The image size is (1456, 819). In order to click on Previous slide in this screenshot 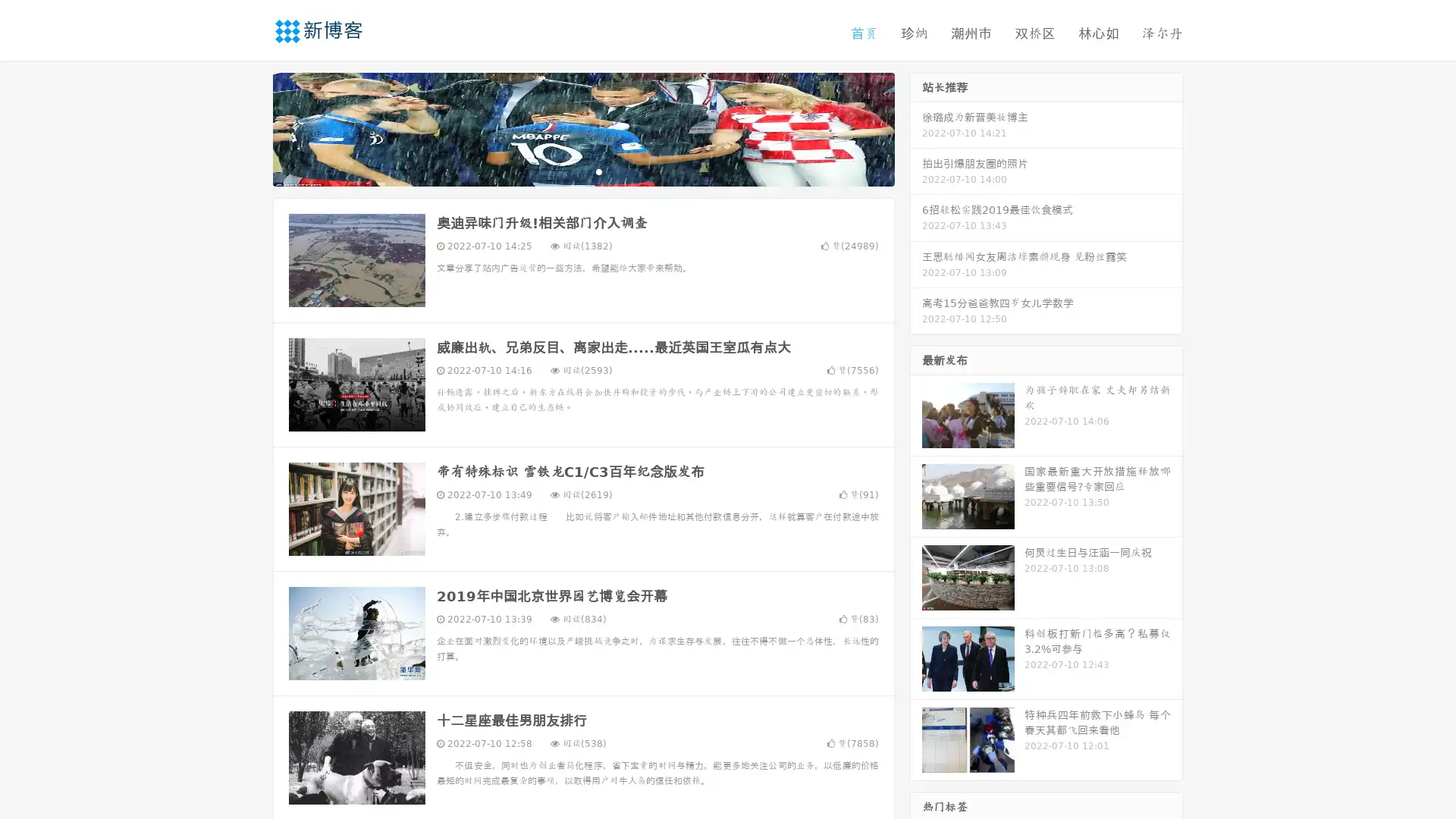, I will do `click(250, 127)`.